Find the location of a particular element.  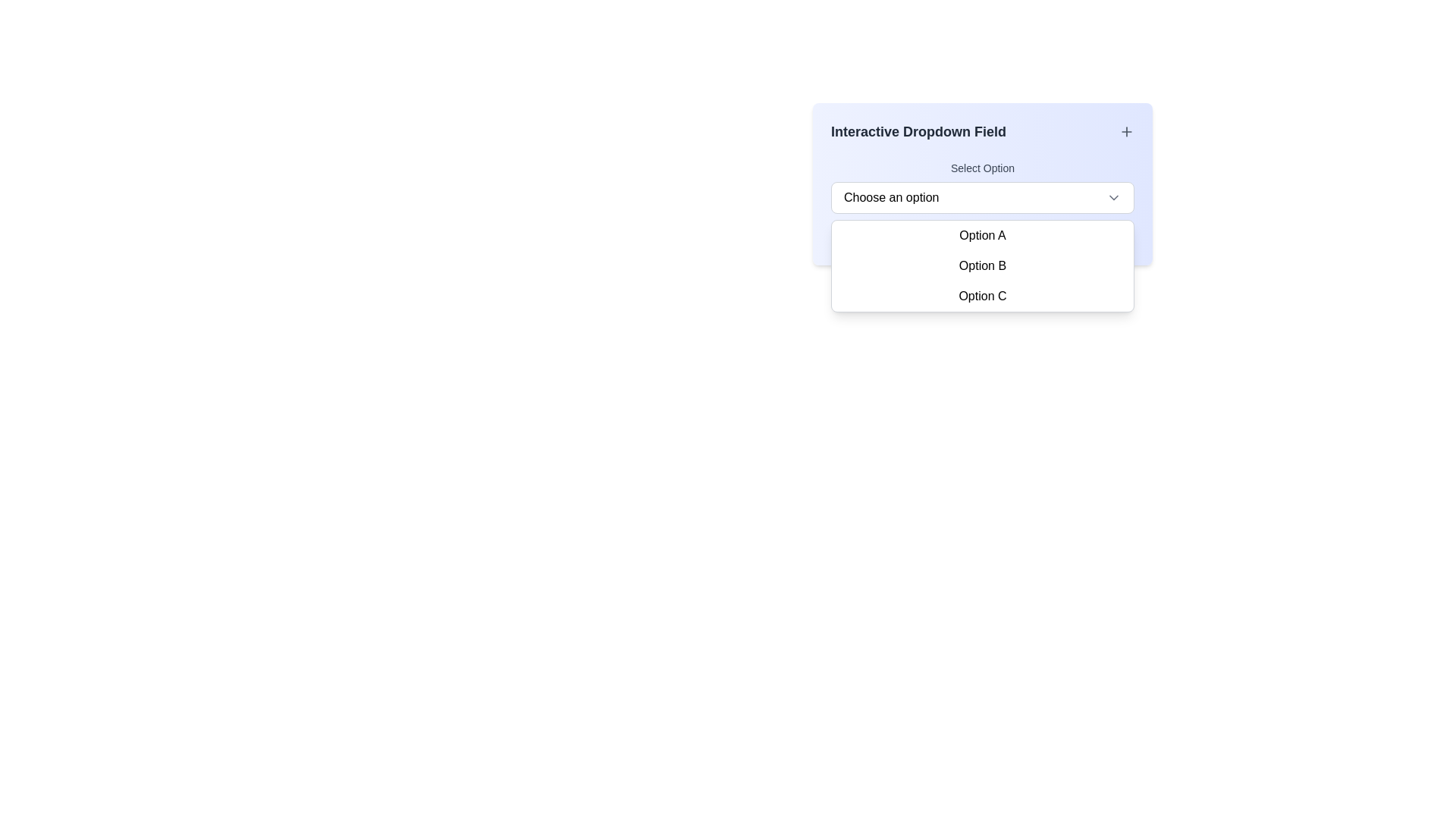

the first selectable option in the dropdown menu is located at coordinates (983, 236).